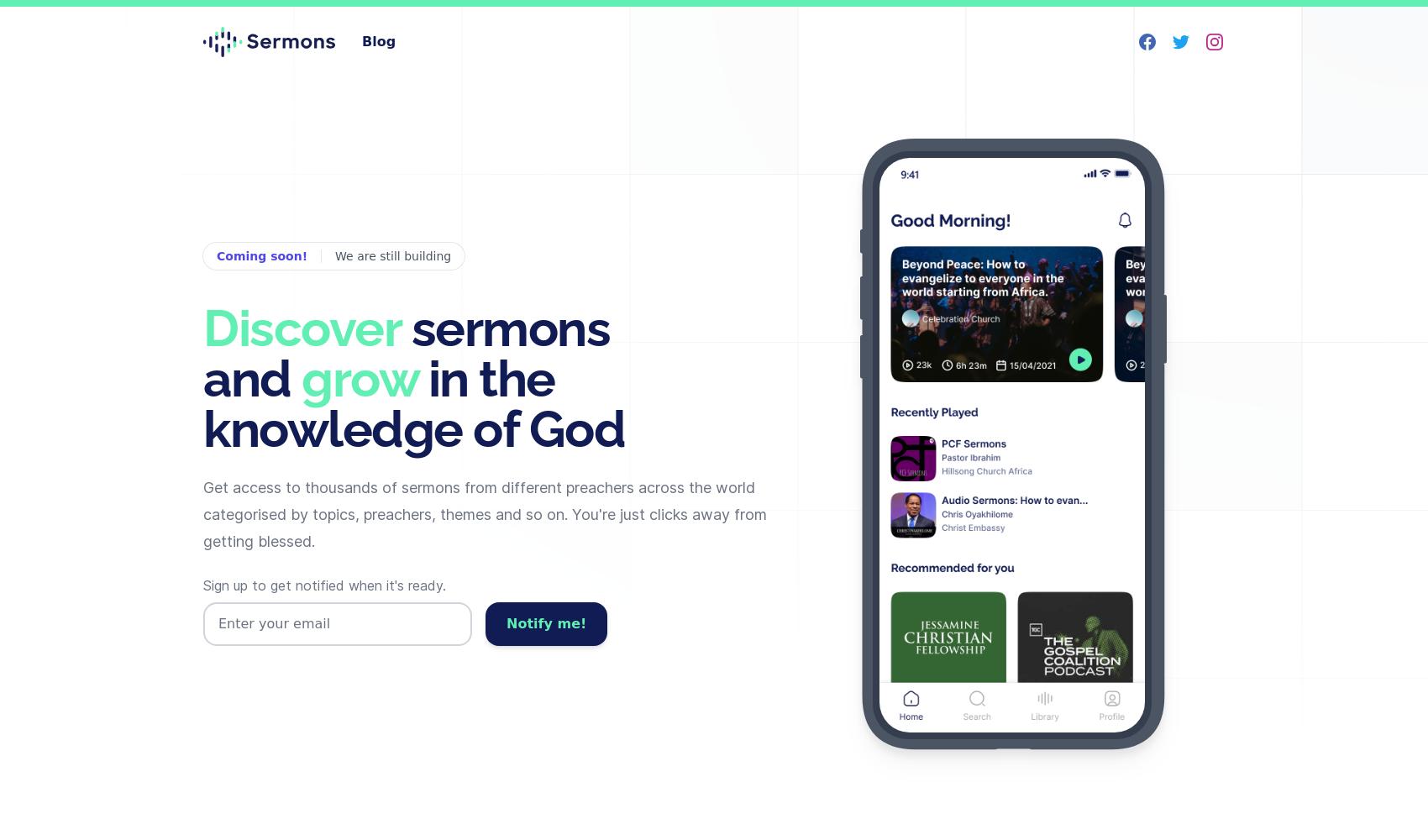  I want to click on 'Blog', so click(379, 41).